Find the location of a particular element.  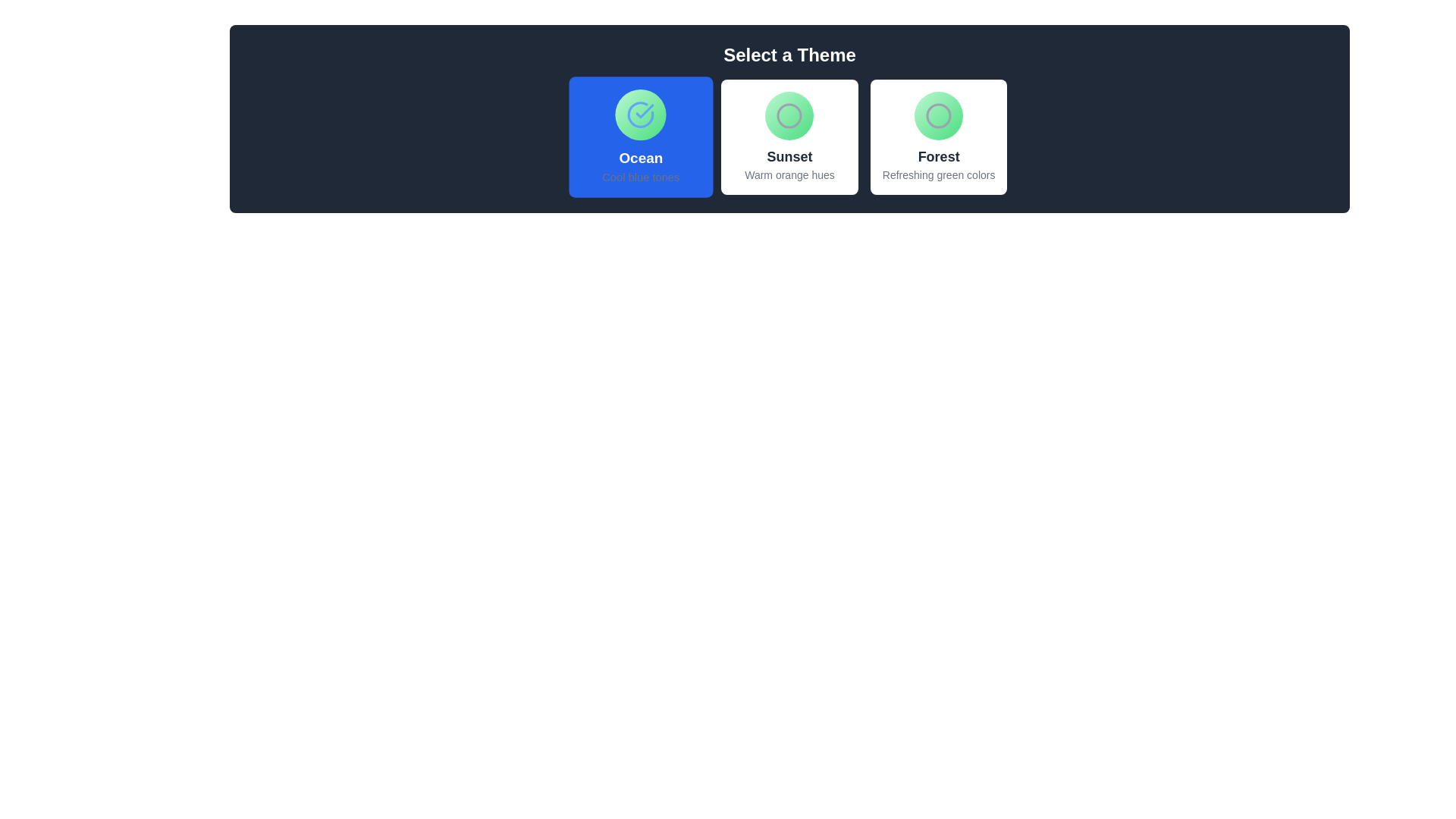

the Interactive Tile labeled 'Ocean' with a bright blue background and a circular gradient icon is located at coordinates (640, 137).